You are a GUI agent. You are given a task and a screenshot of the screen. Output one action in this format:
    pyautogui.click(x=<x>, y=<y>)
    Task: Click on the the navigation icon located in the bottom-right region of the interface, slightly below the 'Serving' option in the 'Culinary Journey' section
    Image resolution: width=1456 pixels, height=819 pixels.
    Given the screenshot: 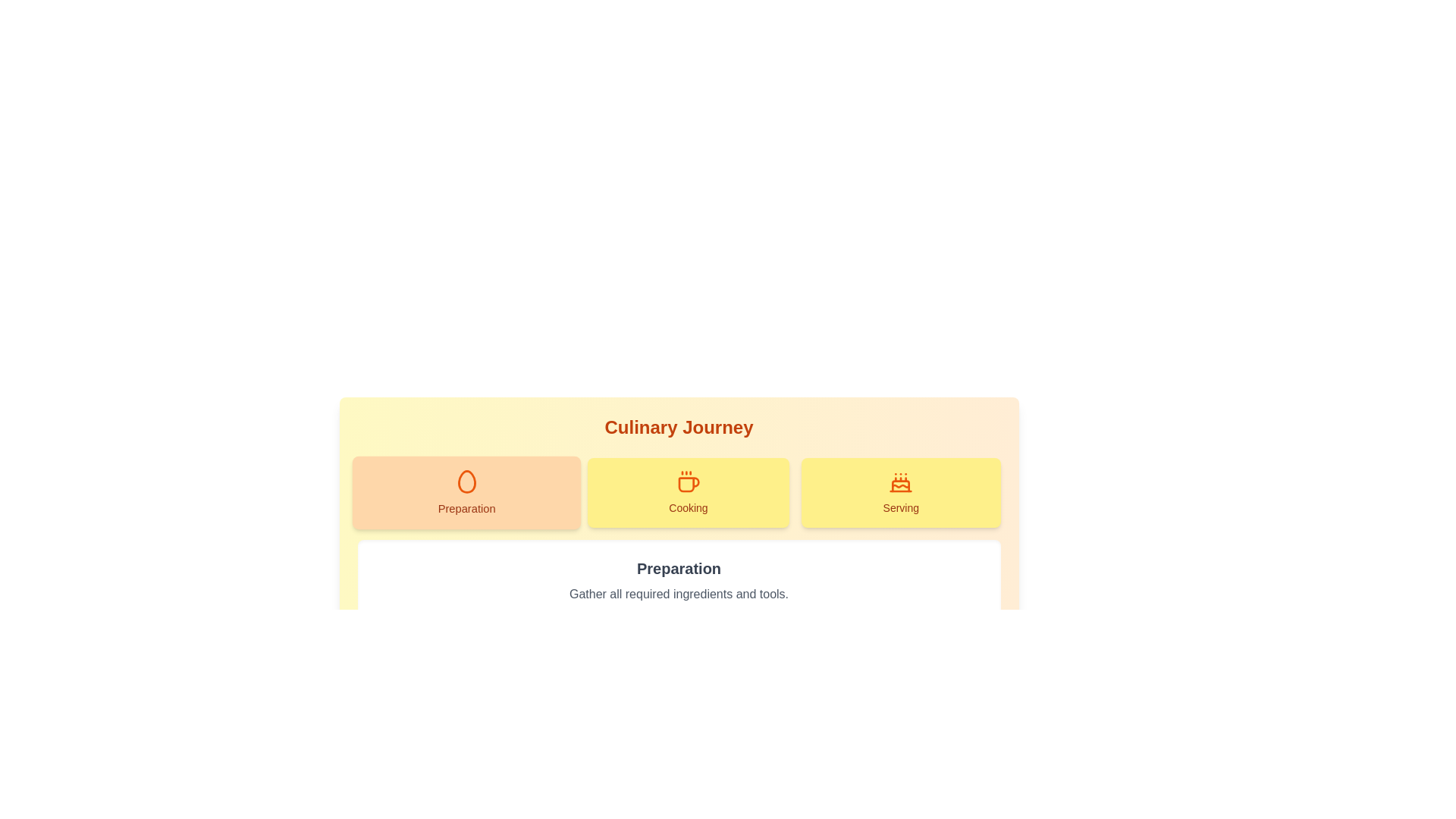 What is the action you would take?
    pyautogui.click(x=981, y=654)
    